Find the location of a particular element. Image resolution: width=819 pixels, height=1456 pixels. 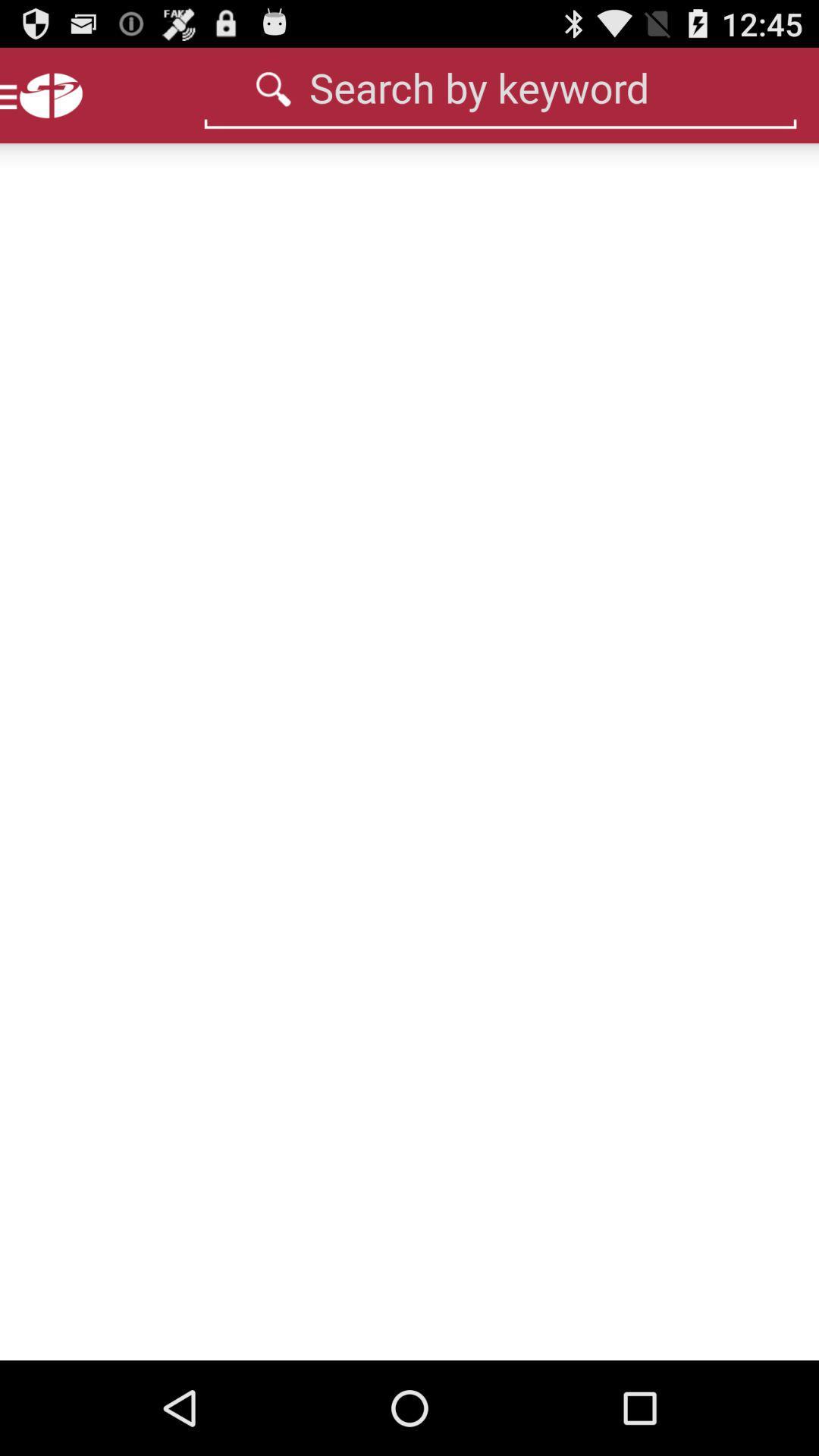

item at the center is located at coordinates (409, 752).